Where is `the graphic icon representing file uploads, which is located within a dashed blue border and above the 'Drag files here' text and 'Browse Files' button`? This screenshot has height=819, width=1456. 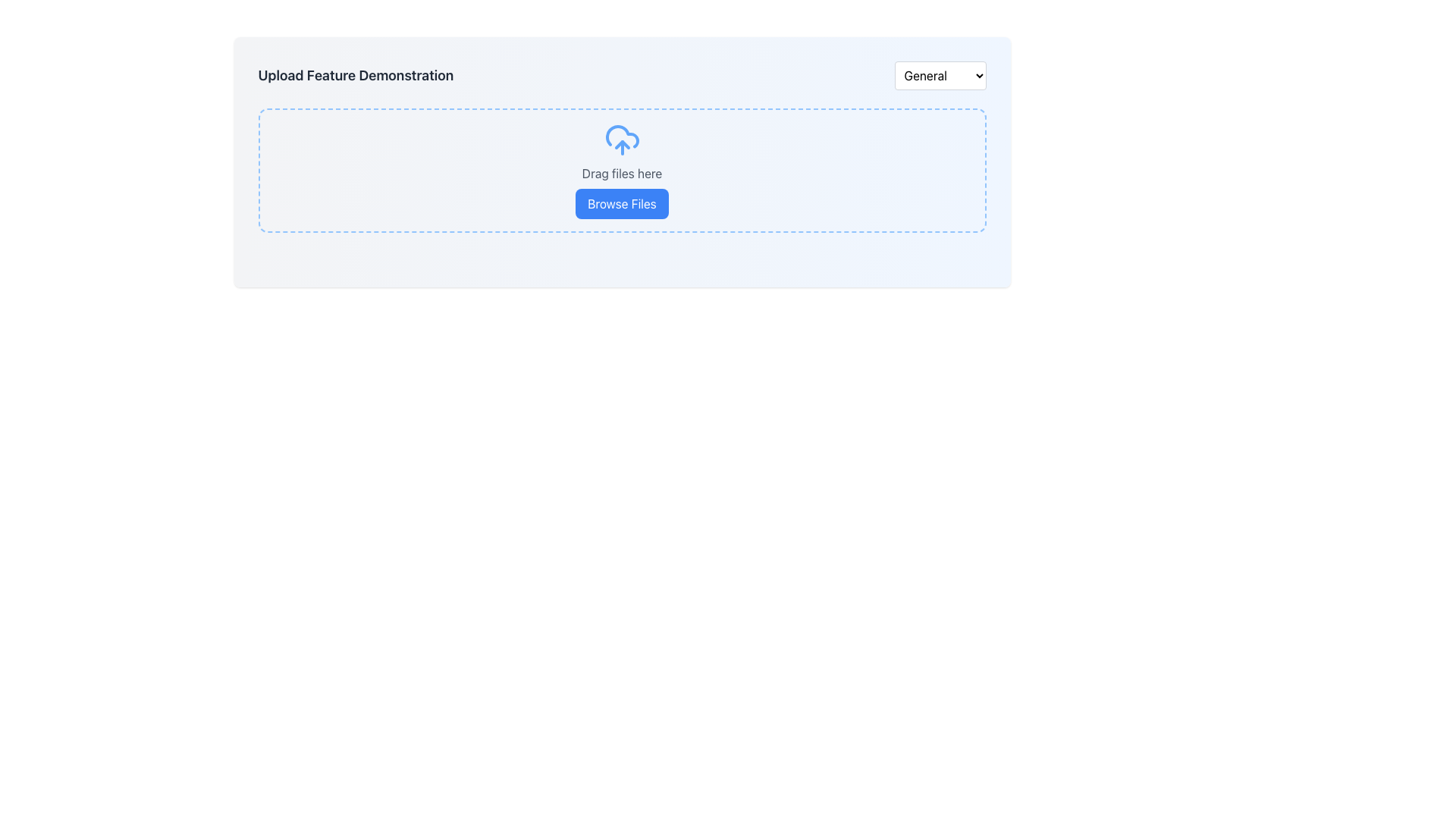 the graphic icon representing file uploads, which is located within a dashed blue border and above the 'Drag files here' text and 'Browse Files' button is located at coordinates (622, 140).